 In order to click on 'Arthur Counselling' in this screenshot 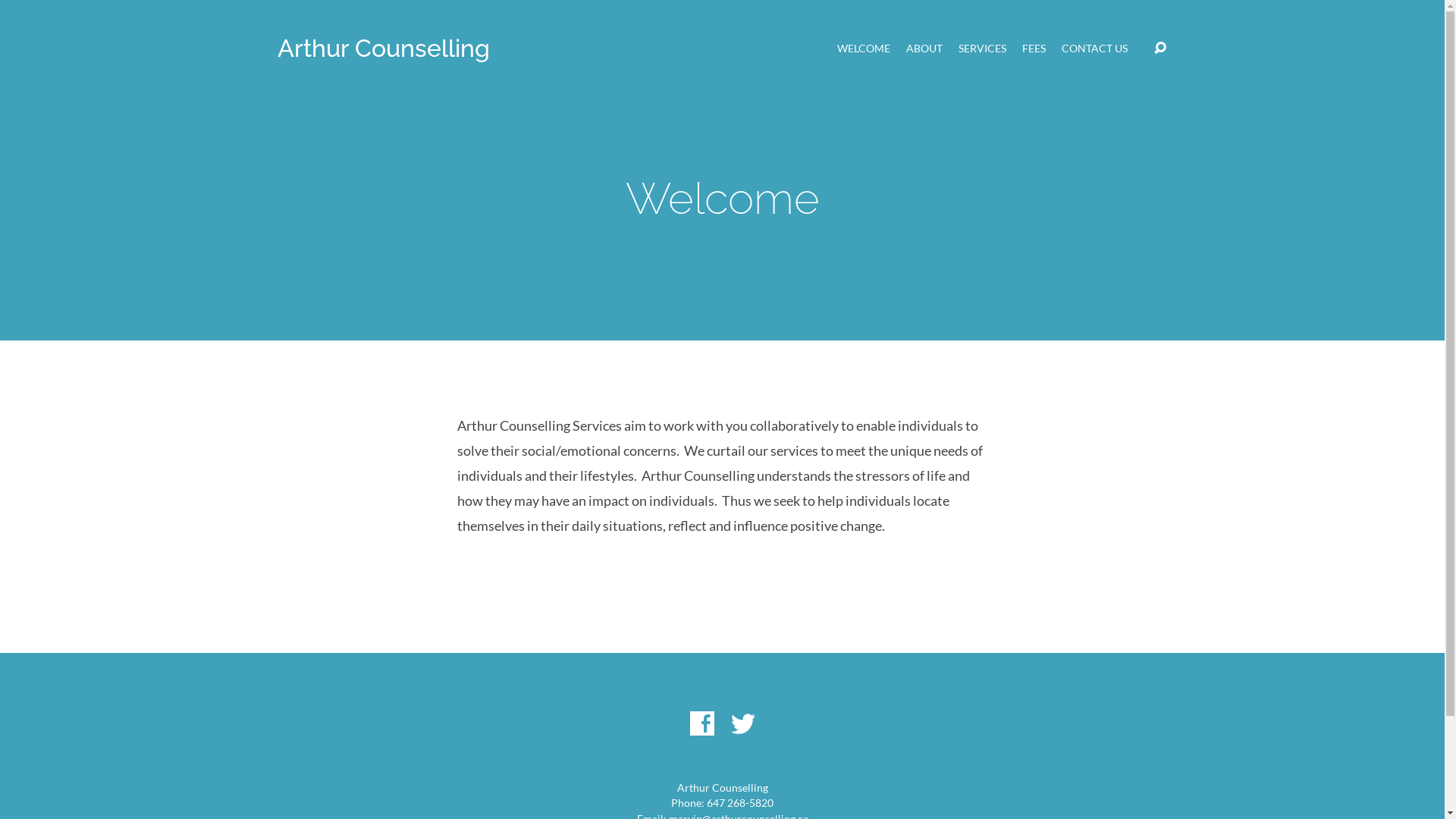, I will do `click(383, 47)`.